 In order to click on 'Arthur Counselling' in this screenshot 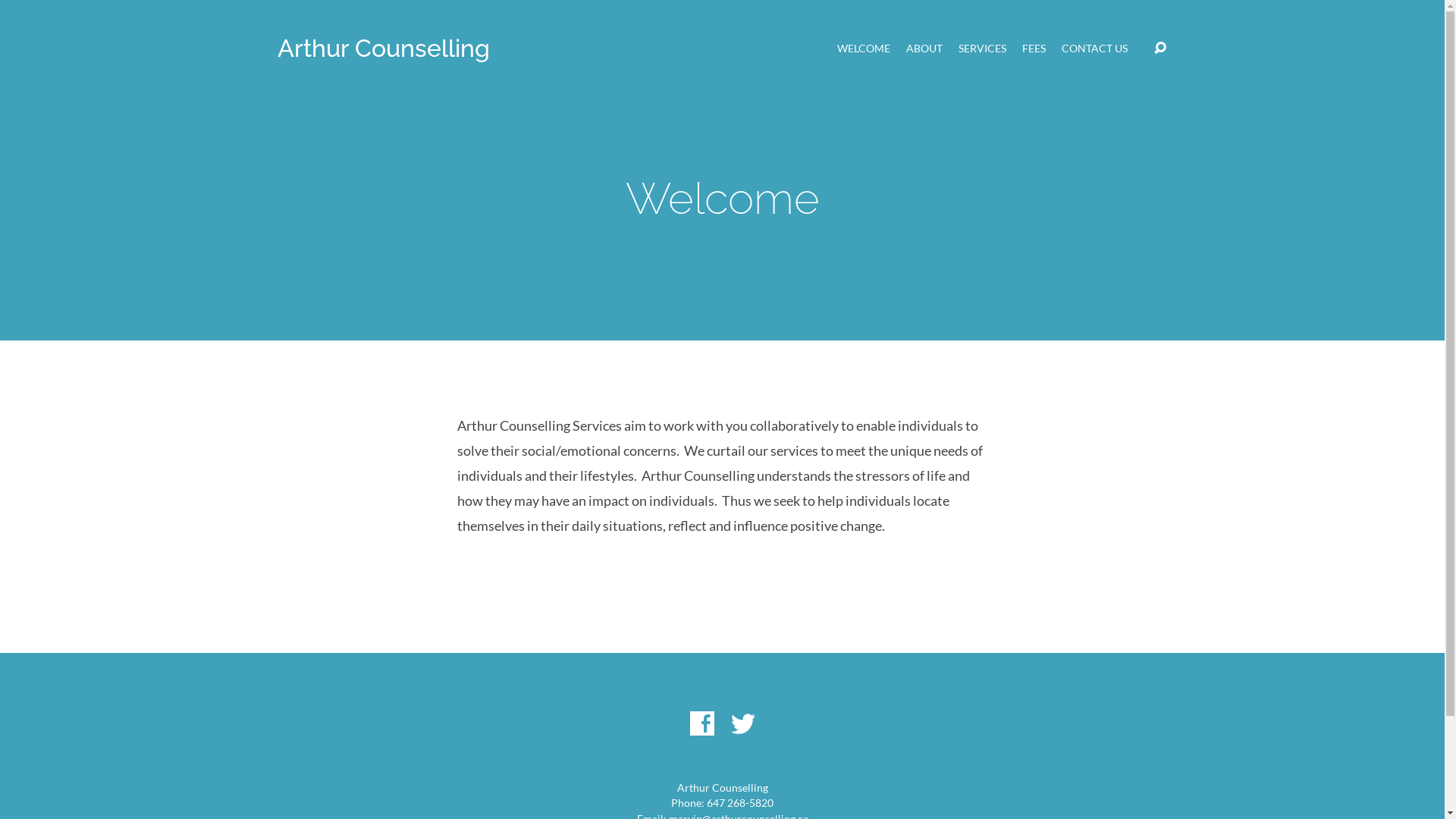, I will do `click(383, 47)`.